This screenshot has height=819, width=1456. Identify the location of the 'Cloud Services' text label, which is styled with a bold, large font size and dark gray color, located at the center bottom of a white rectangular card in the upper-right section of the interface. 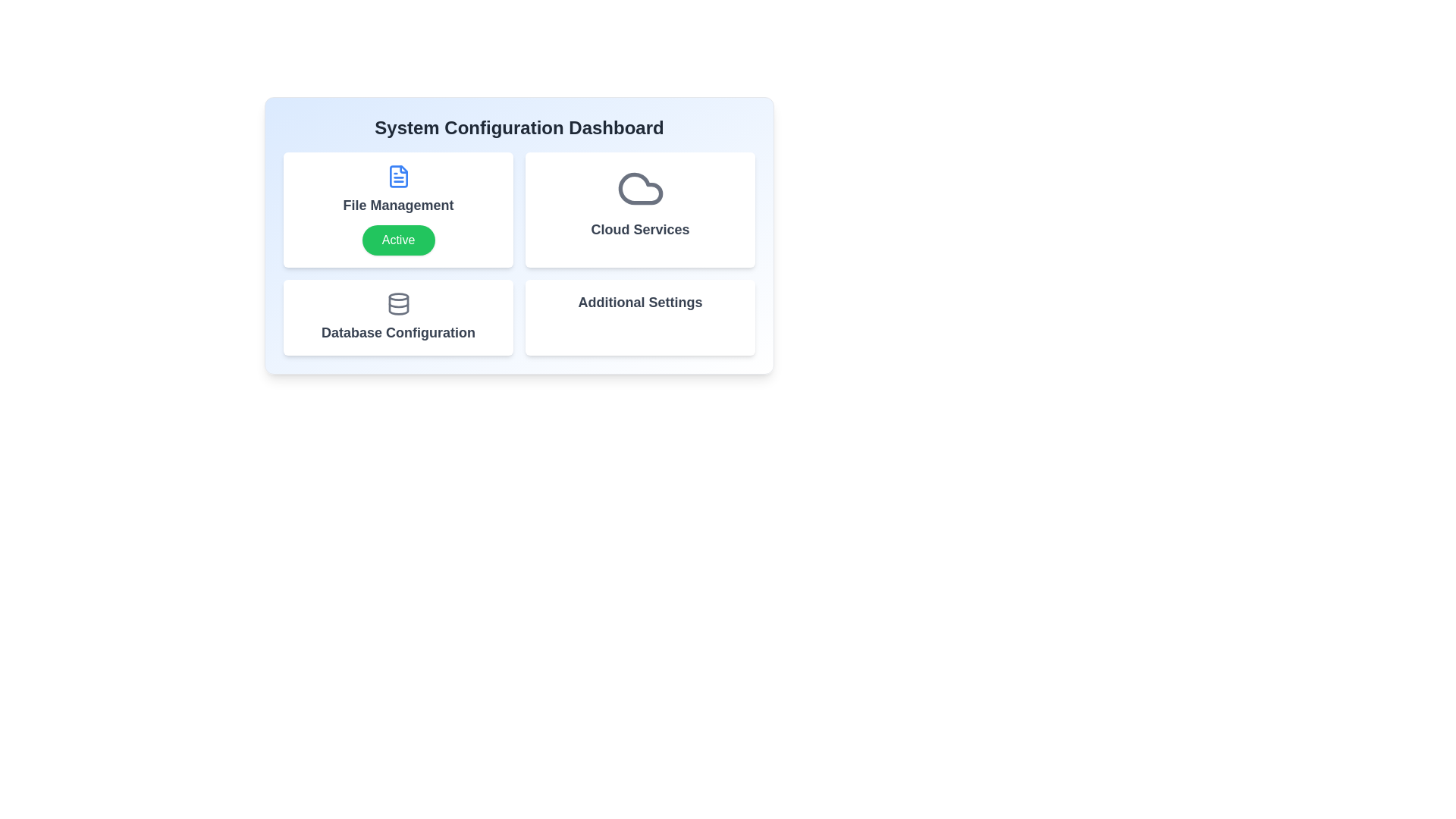
(640, 230).